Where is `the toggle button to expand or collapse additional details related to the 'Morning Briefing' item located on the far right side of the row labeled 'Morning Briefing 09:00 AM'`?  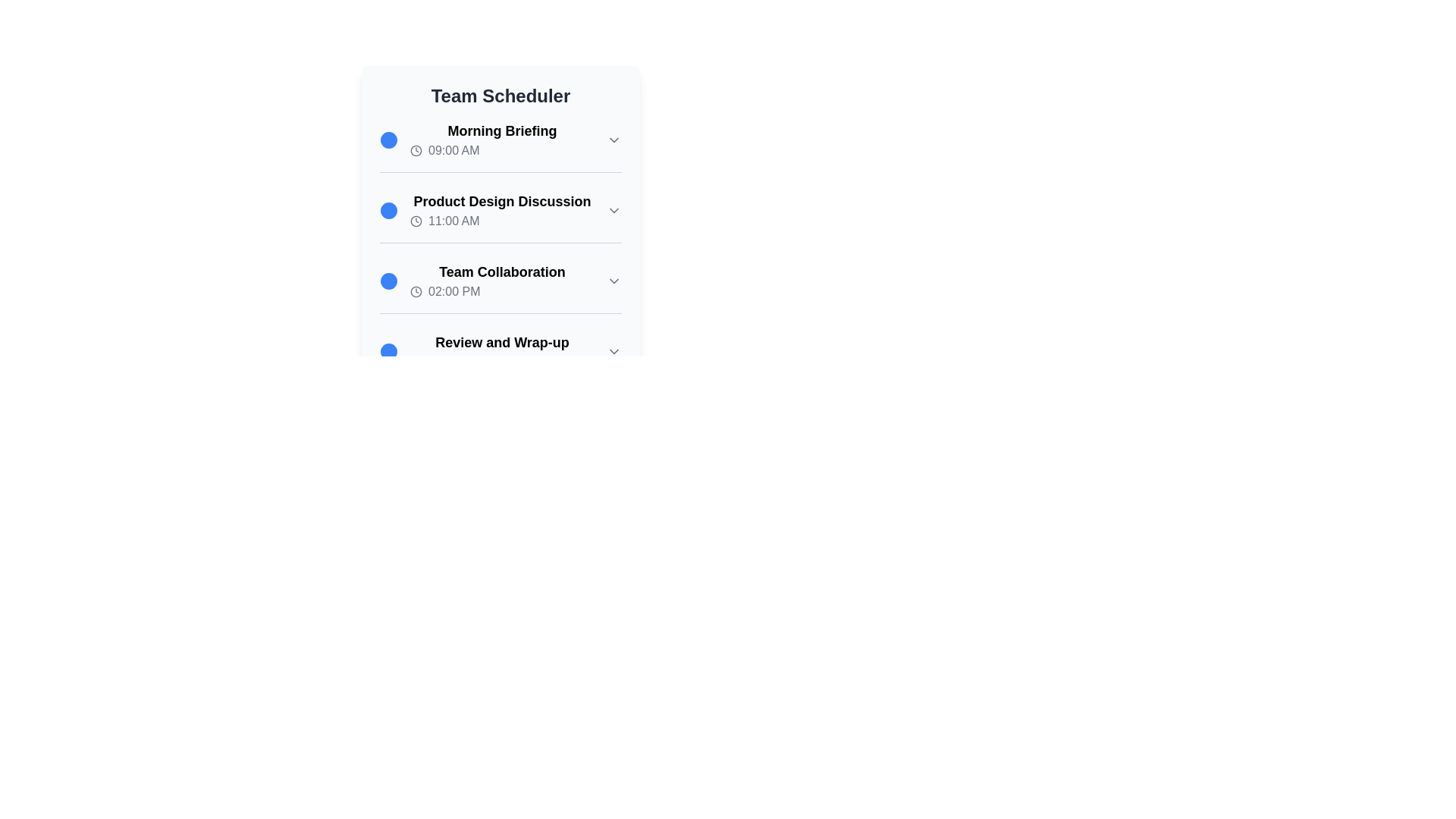
the toggle button to expand or collapse additional details related to the 'Morning Briefing' item located on the far right side of the row labeled 'Morning Briefing 09:00 AM' is located at coordinates (614, 140).